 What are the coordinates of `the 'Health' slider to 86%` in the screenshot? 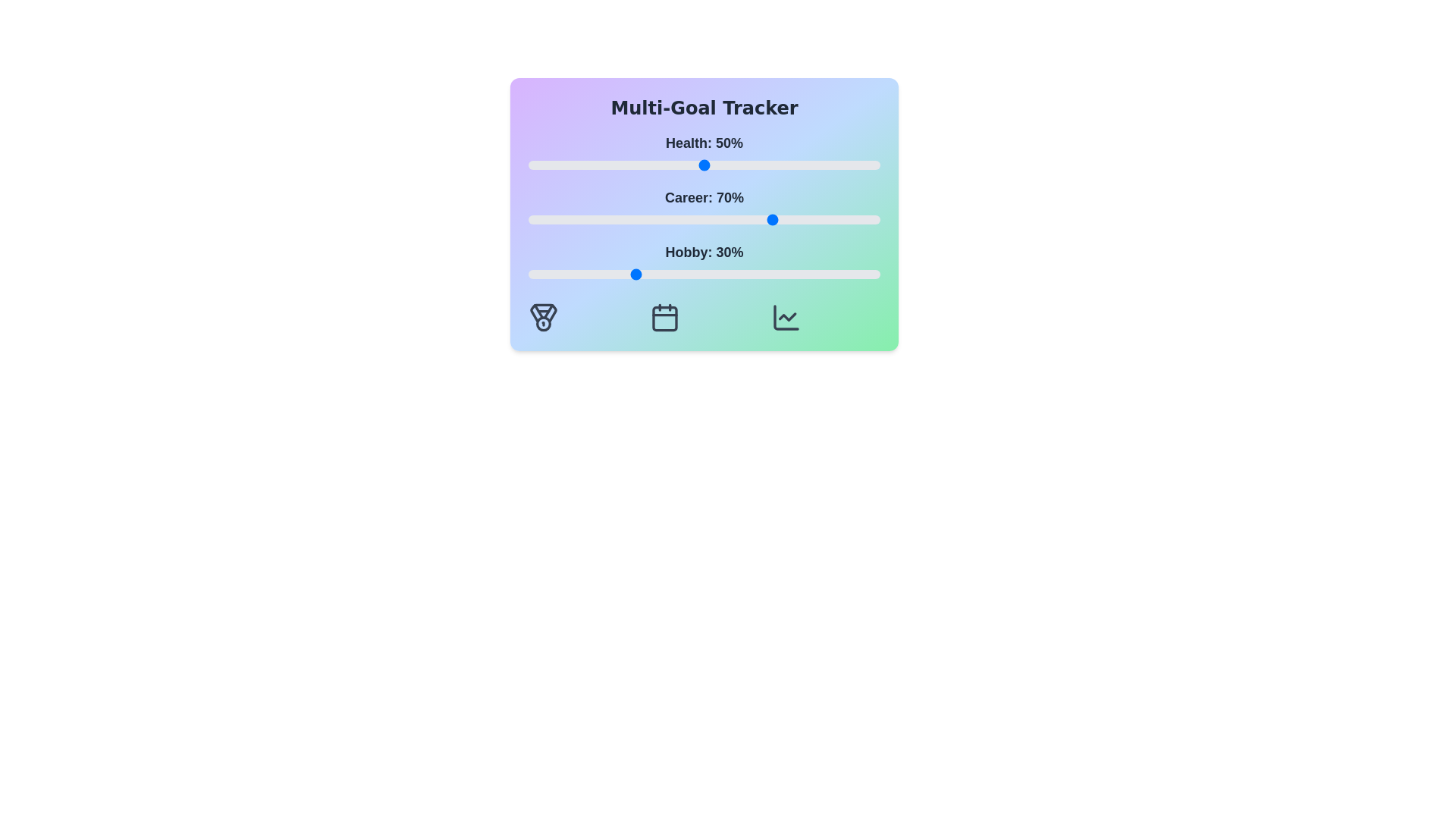 It's located at (830, 165).